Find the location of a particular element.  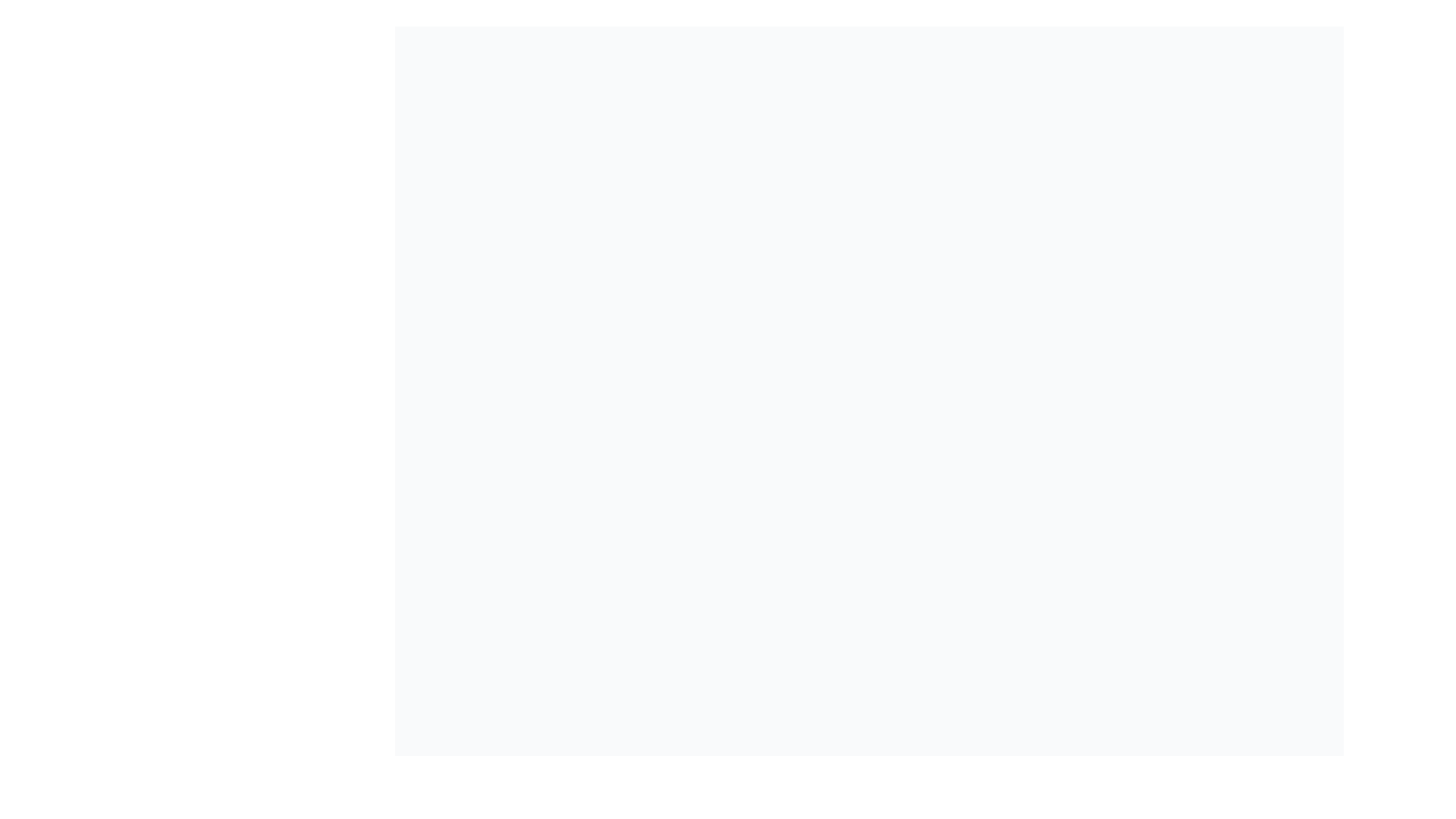

the Settings tab in the bottom navigation is located at coordinates (912, 795).